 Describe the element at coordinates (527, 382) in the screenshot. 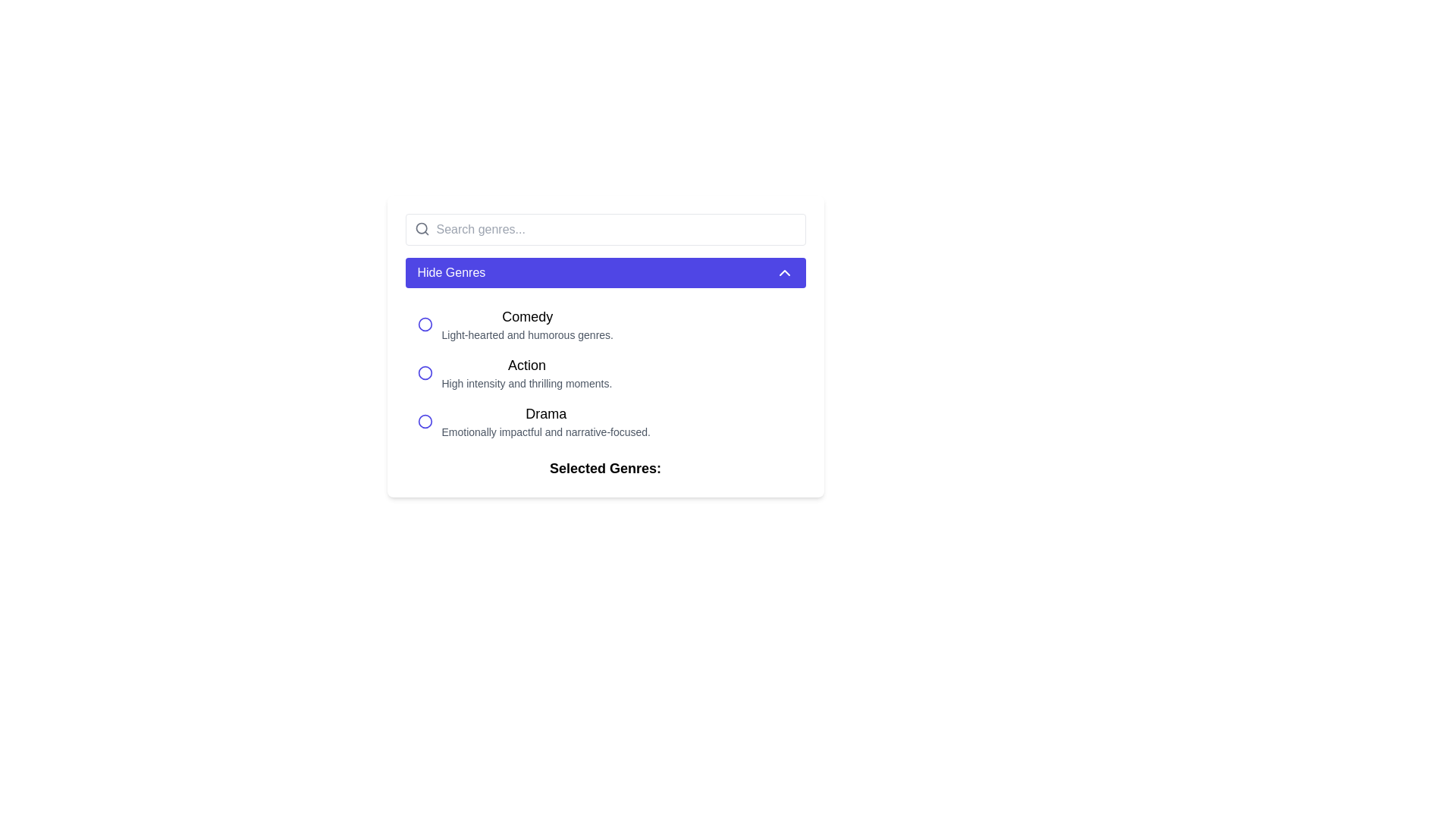

I see `the descriptive text element located directly below the 'Action' label in the genre selector, which provides additional context about the 'Action' genre` at that location.